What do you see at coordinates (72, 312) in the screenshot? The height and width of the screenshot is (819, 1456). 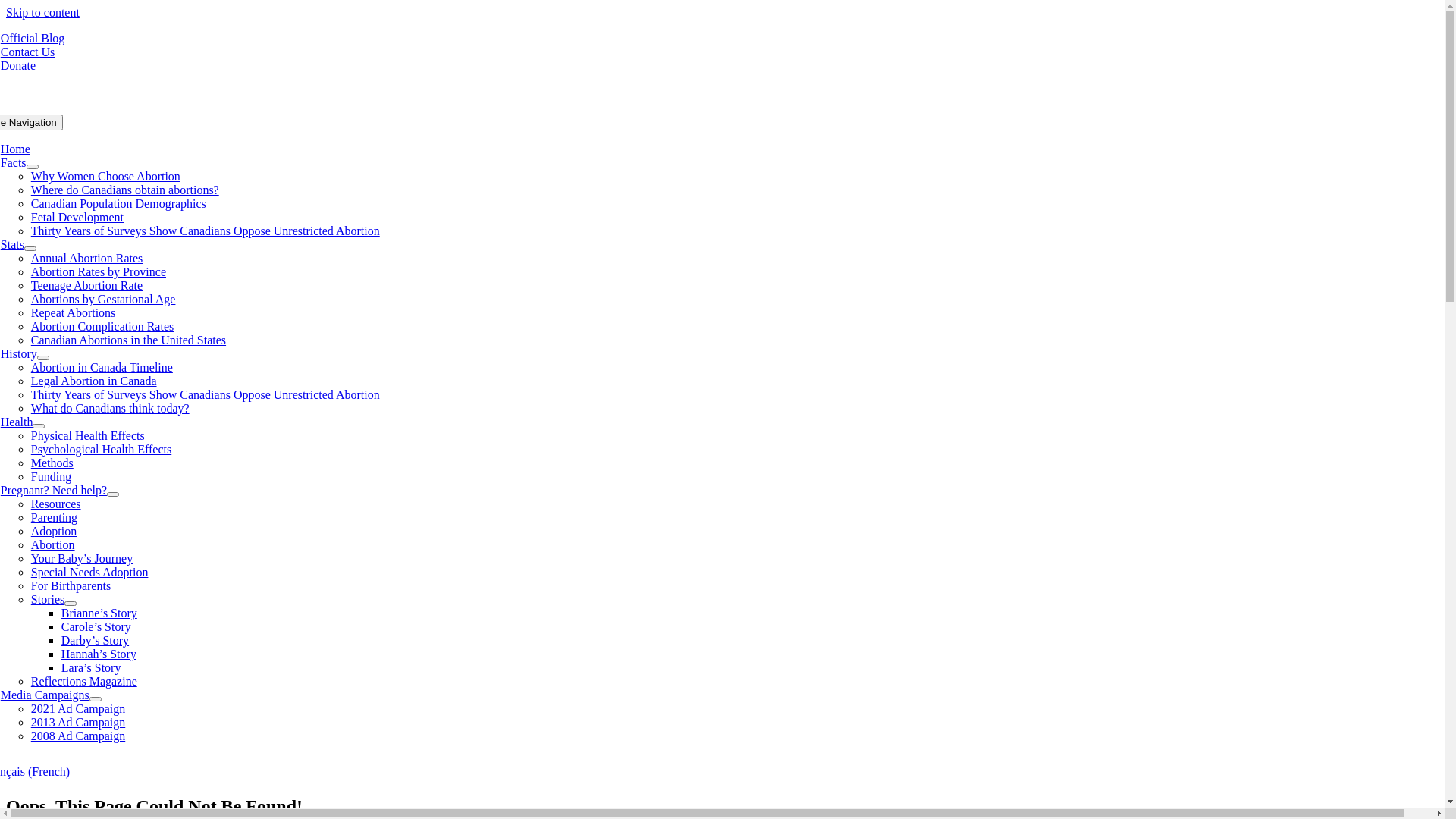 I see `'Repeat Abortions'` at bounding box center [72, 312].